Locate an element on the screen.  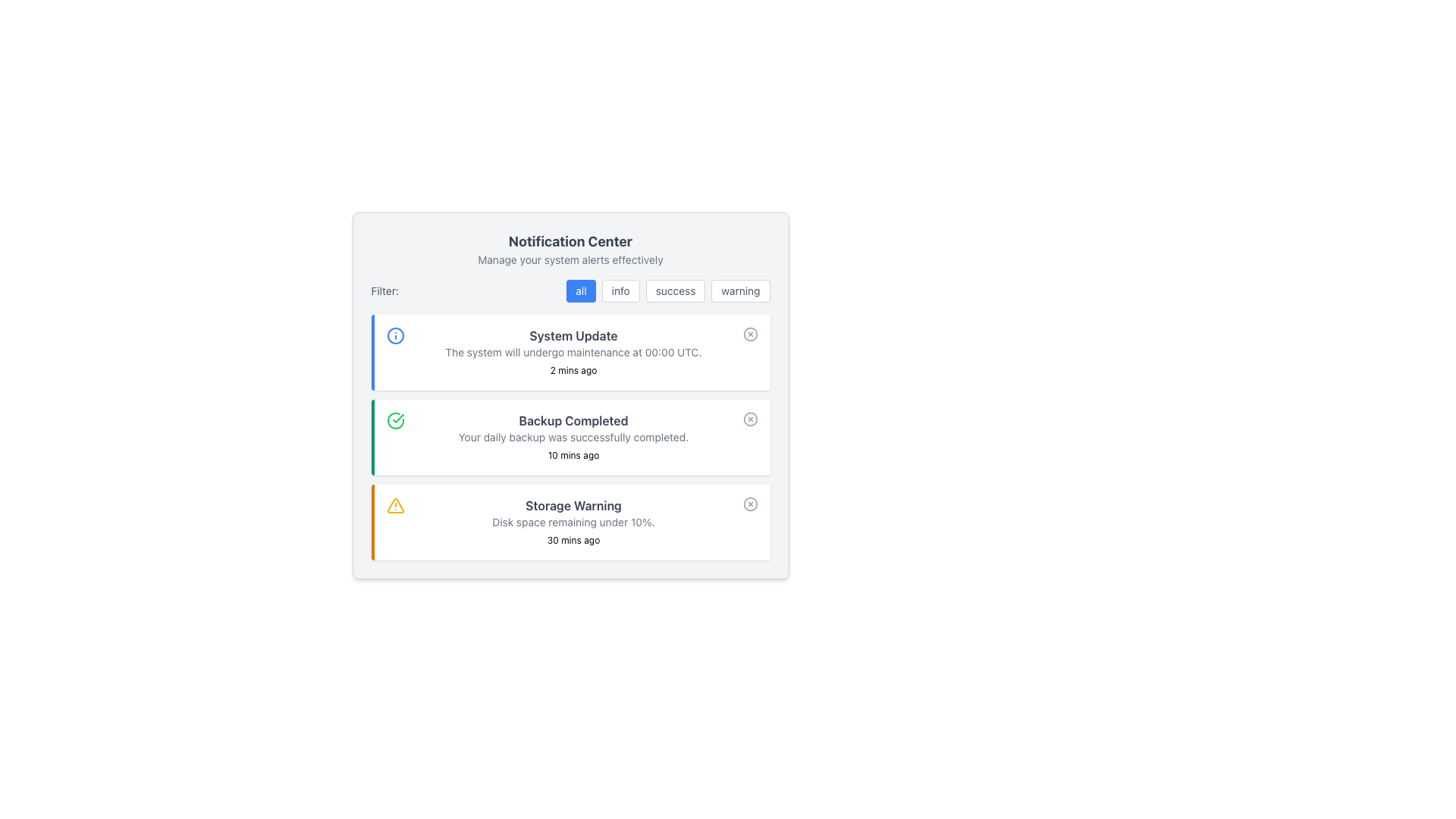
the 'Filter:' label element, which is a small, muted gray text located at the top-left corner of the filtering bar, preceding the selectable filter options is located at coordinates (384, 291).